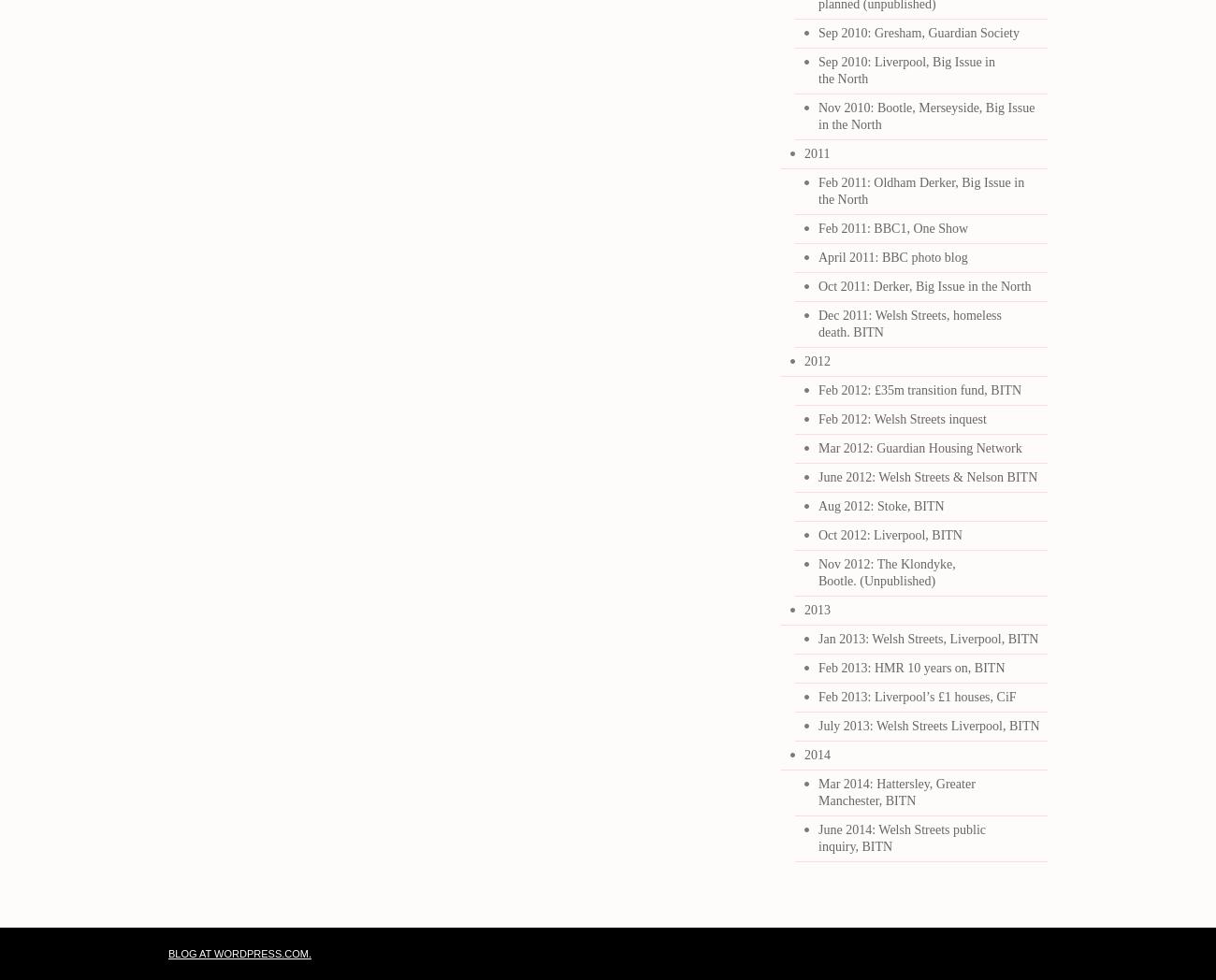  What do you see at coordinates (906, 70) in the screenshot?
I see `'Sep 2010: Liverpool, Big Issue in the North'` at bounding box center [906, 70].